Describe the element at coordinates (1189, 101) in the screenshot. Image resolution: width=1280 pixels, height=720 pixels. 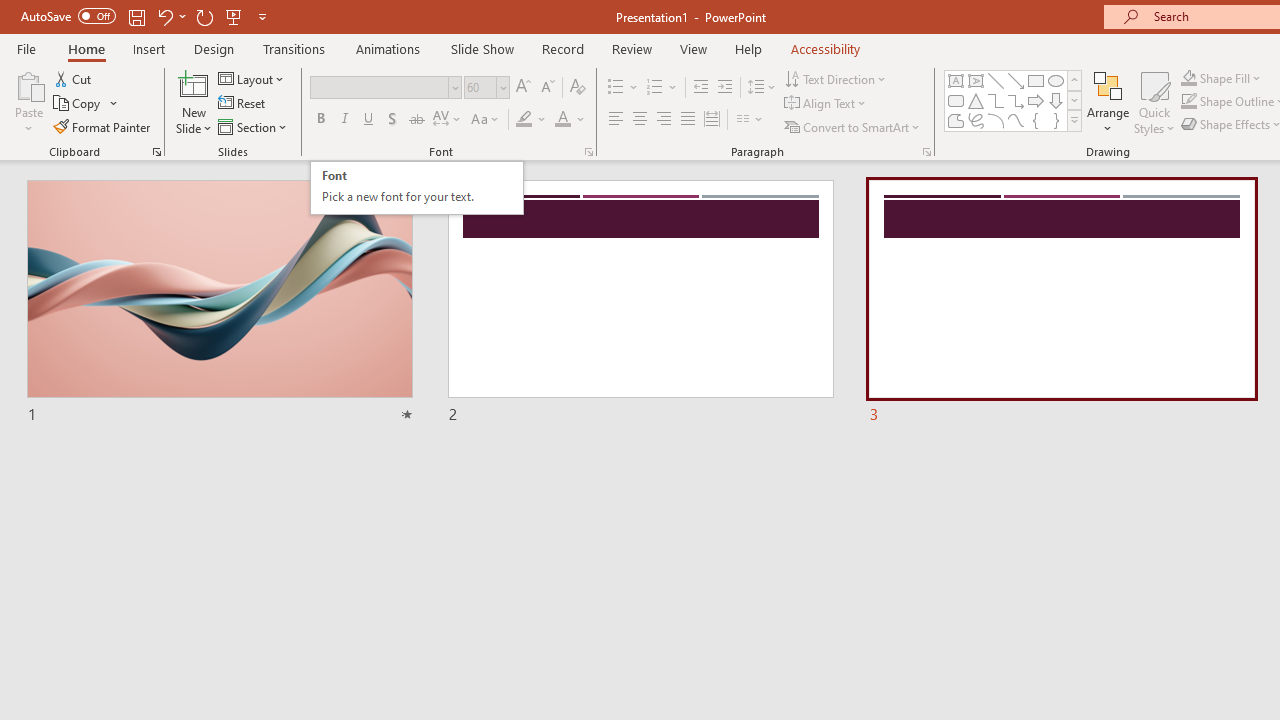
I see `'Shape Outline Blue, Accent 1'` at that location.